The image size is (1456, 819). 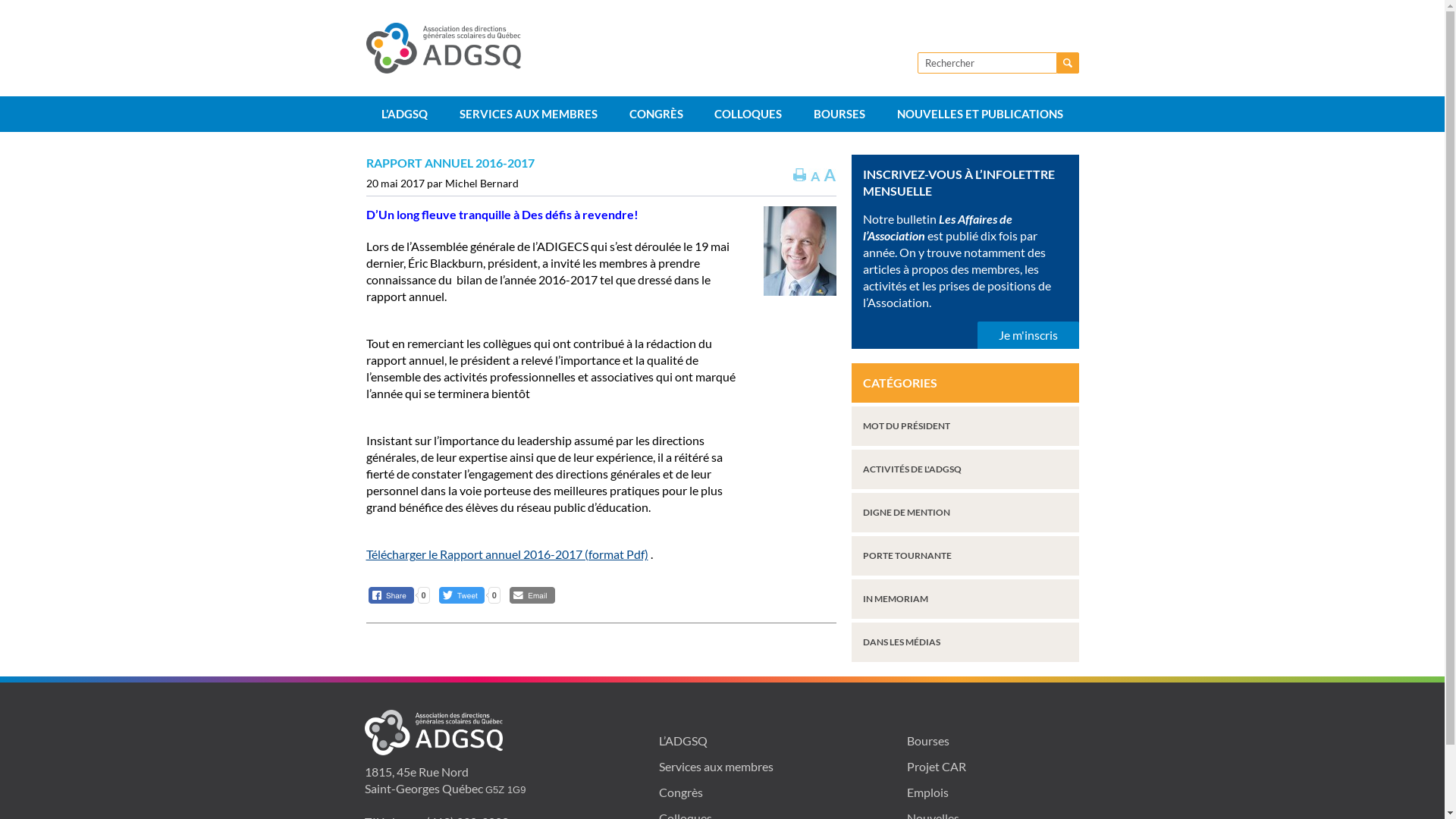 What do you see at coordinates (935, 766) in the screenshot?
I see `'Projet CAR'` at bounding box center [935, 766].